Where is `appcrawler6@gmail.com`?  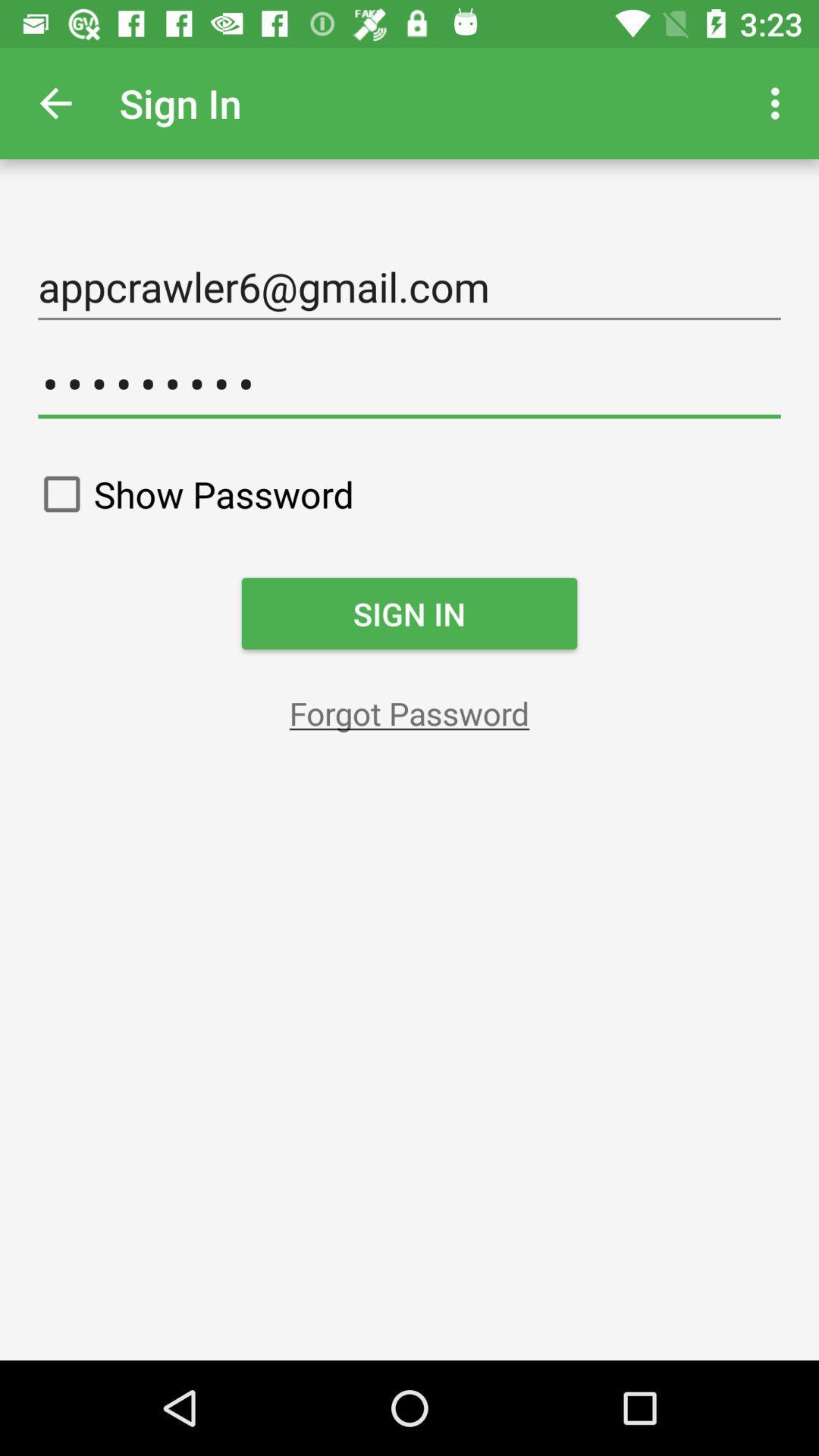
appcrawler6@gmail.com is located at coordinates (409, 287).